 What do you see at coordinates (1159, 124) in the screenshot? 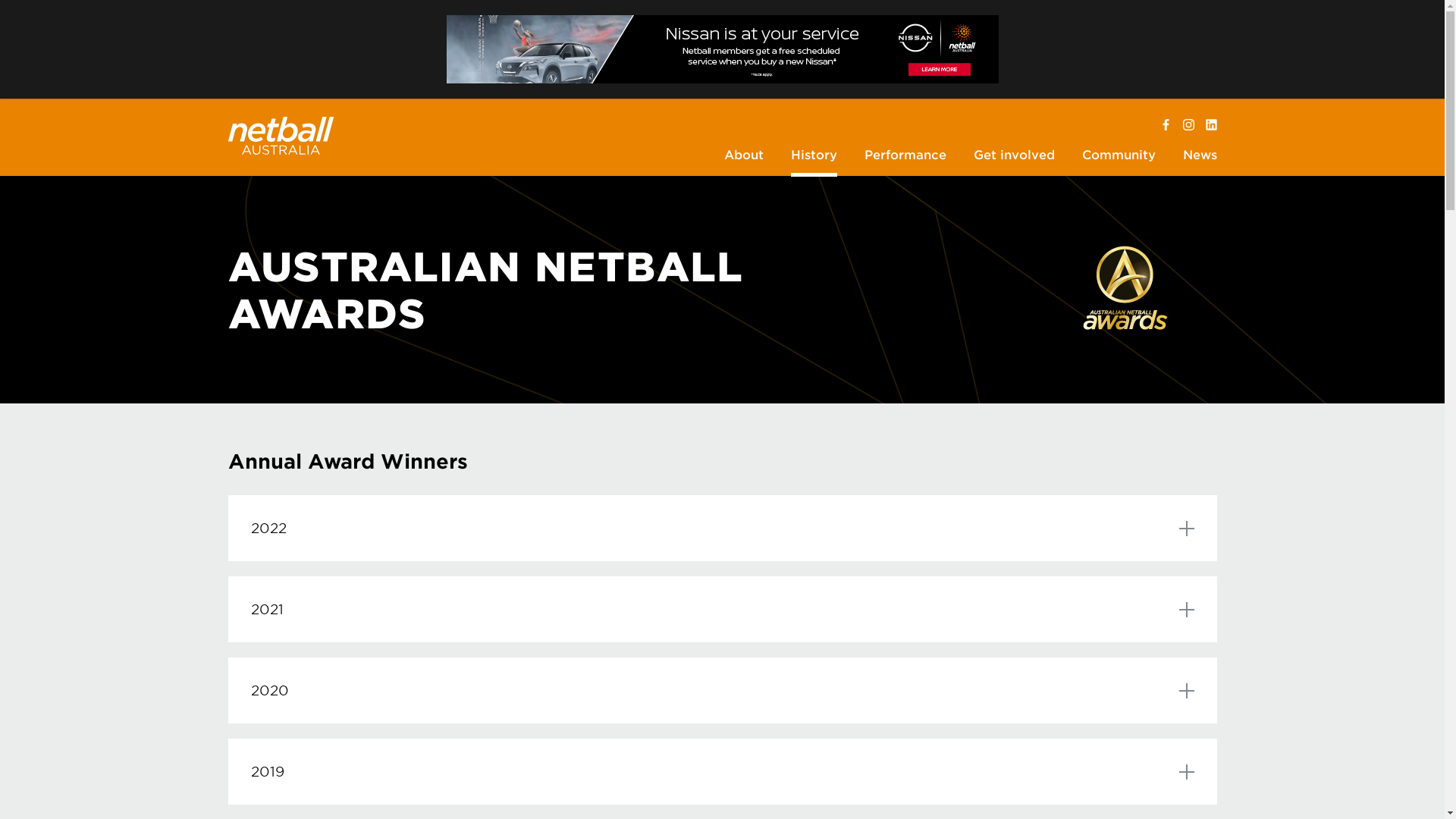
I see `'Netball Australia Facebook'` at bounding box center [1159, 124].